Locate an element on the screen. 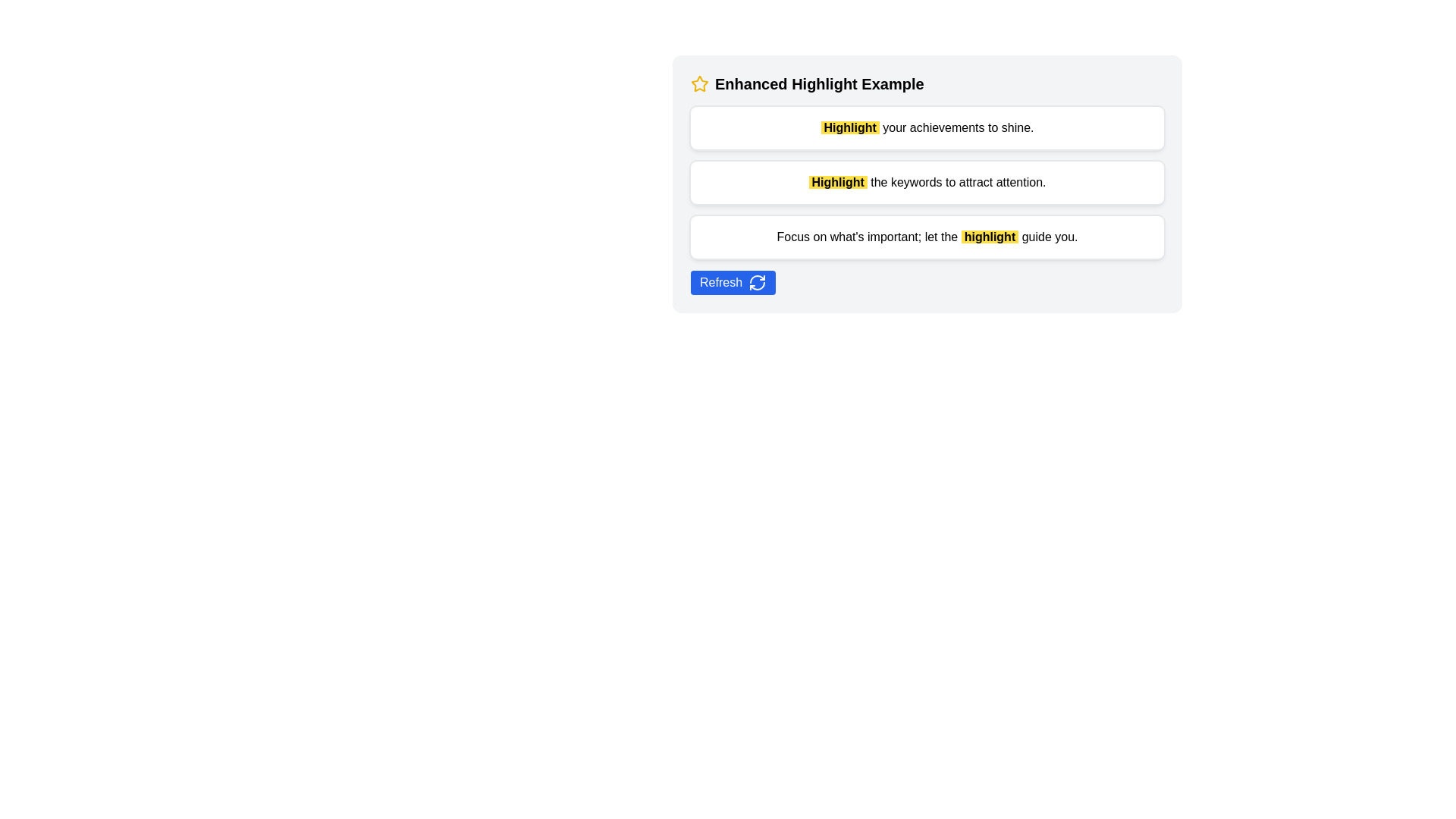  the Refresh button that contains the blue circular arrow icon representing a refresh action is located at coordinates (757, 283).